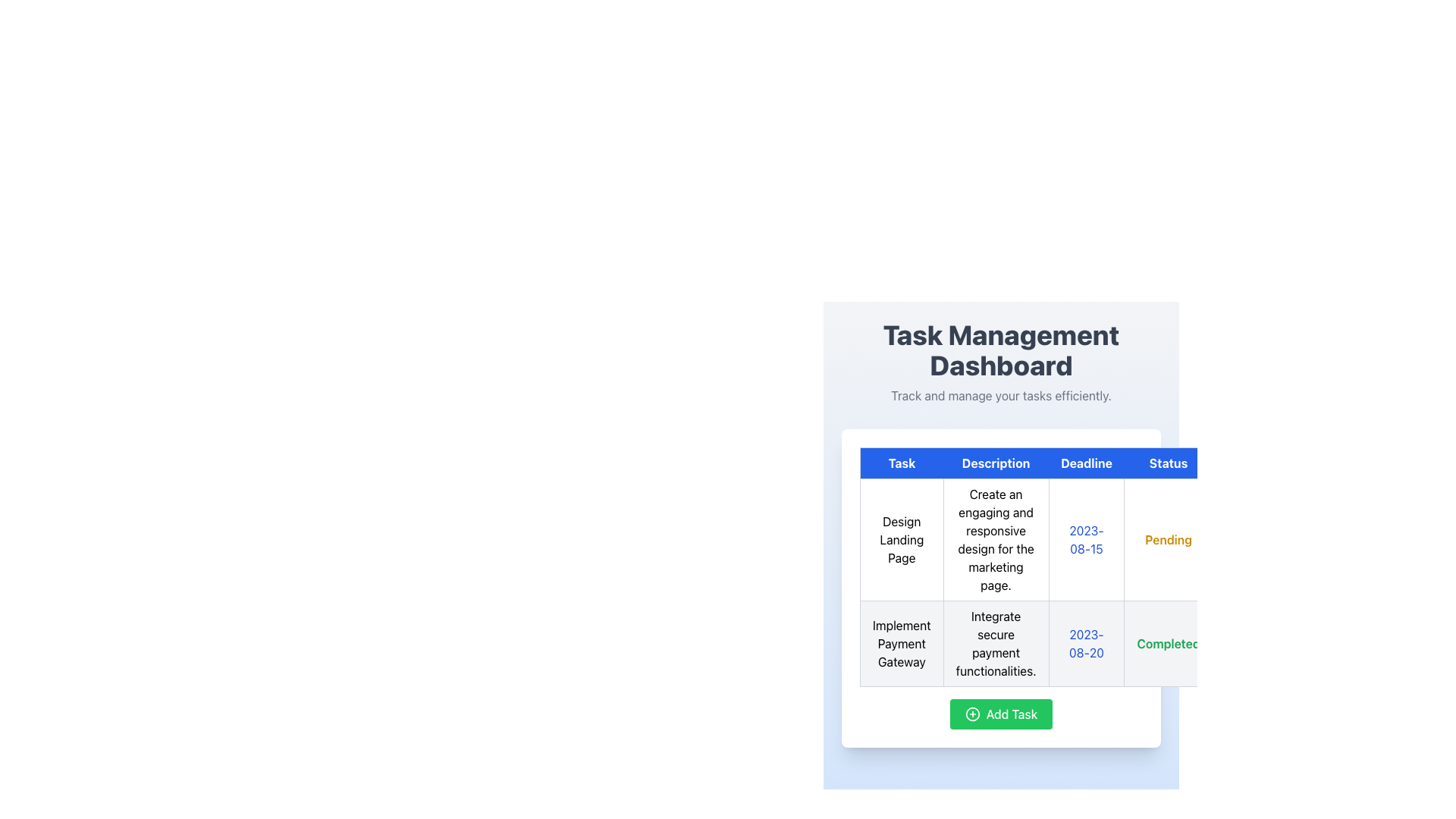 The height and width of the screenshot is (819, 1456). What do you see at coordinates (1070, 643) in the screenshot?
I see `the second row of the task management table` at bounding box center [1070, 643].